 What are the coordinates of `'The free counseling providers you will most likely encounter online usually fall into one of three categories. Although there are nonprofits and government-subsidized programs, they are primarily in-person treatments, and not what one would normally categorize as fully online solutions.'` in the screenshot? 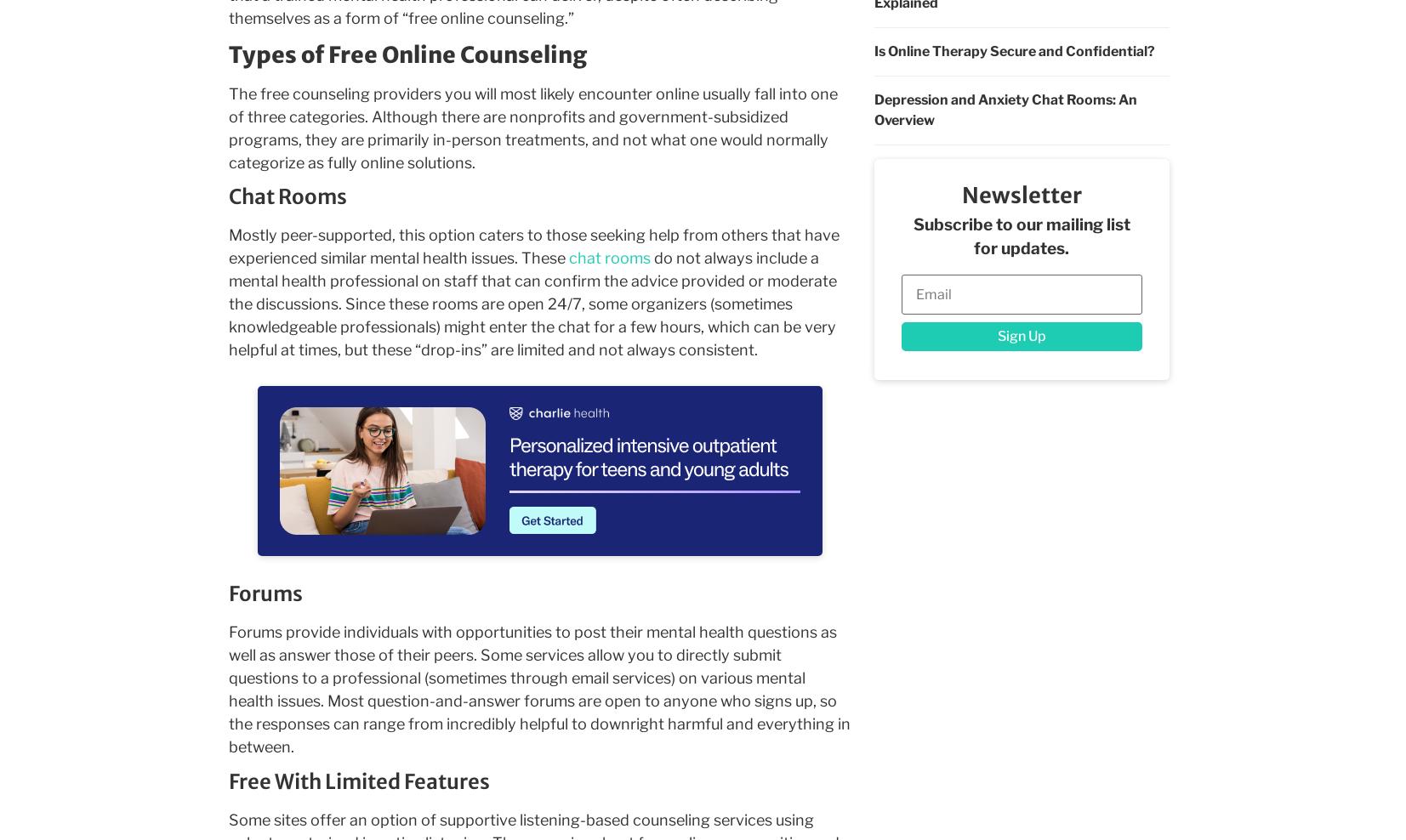 It's located at (531, 126).